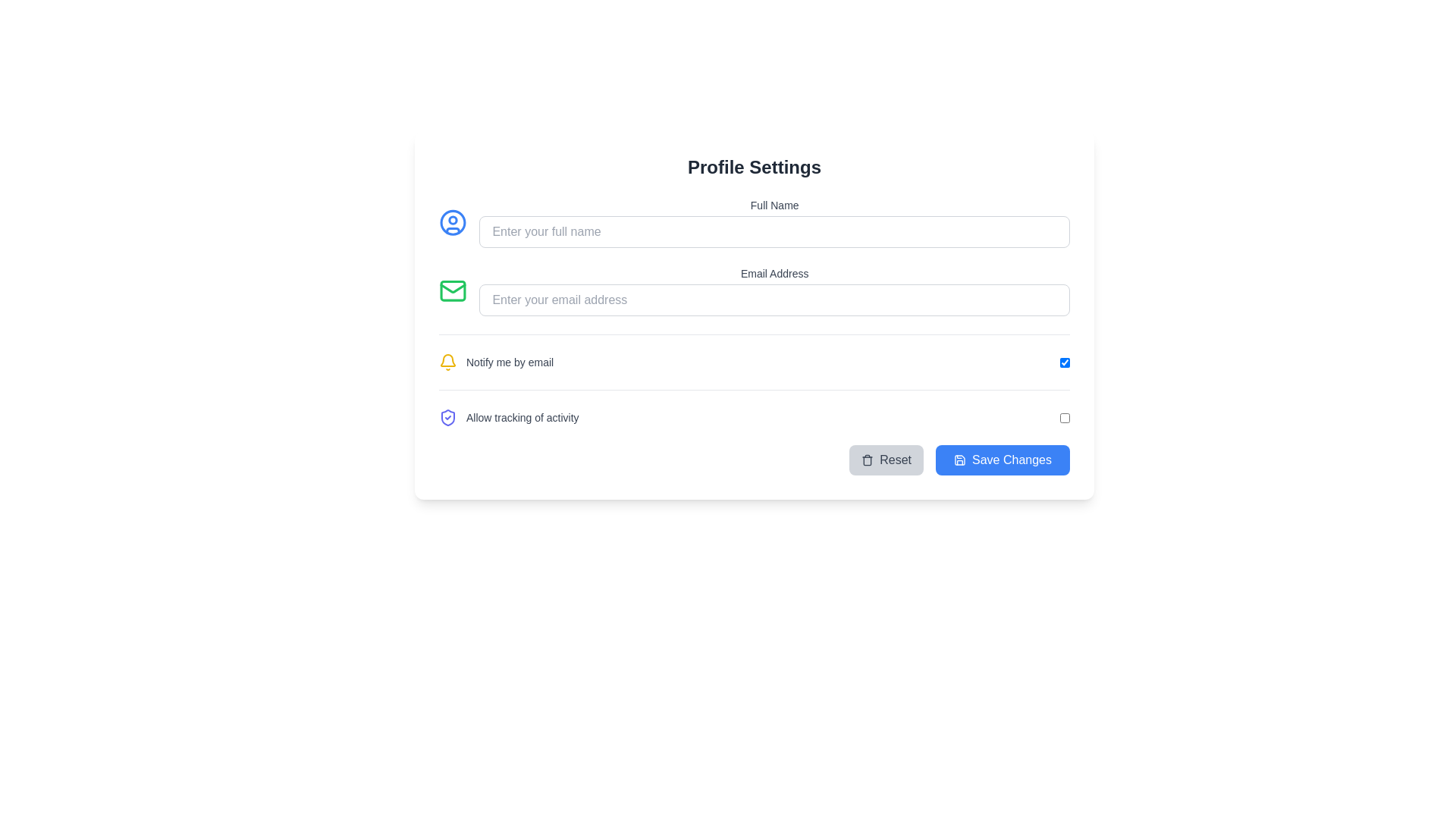  What do you see at coordinates (447, 418) in the screenshot?
I see `the decorative shield icon that represents security in relation to the 'Allow tracking of activity' setting` at bounding box center [447, 418].